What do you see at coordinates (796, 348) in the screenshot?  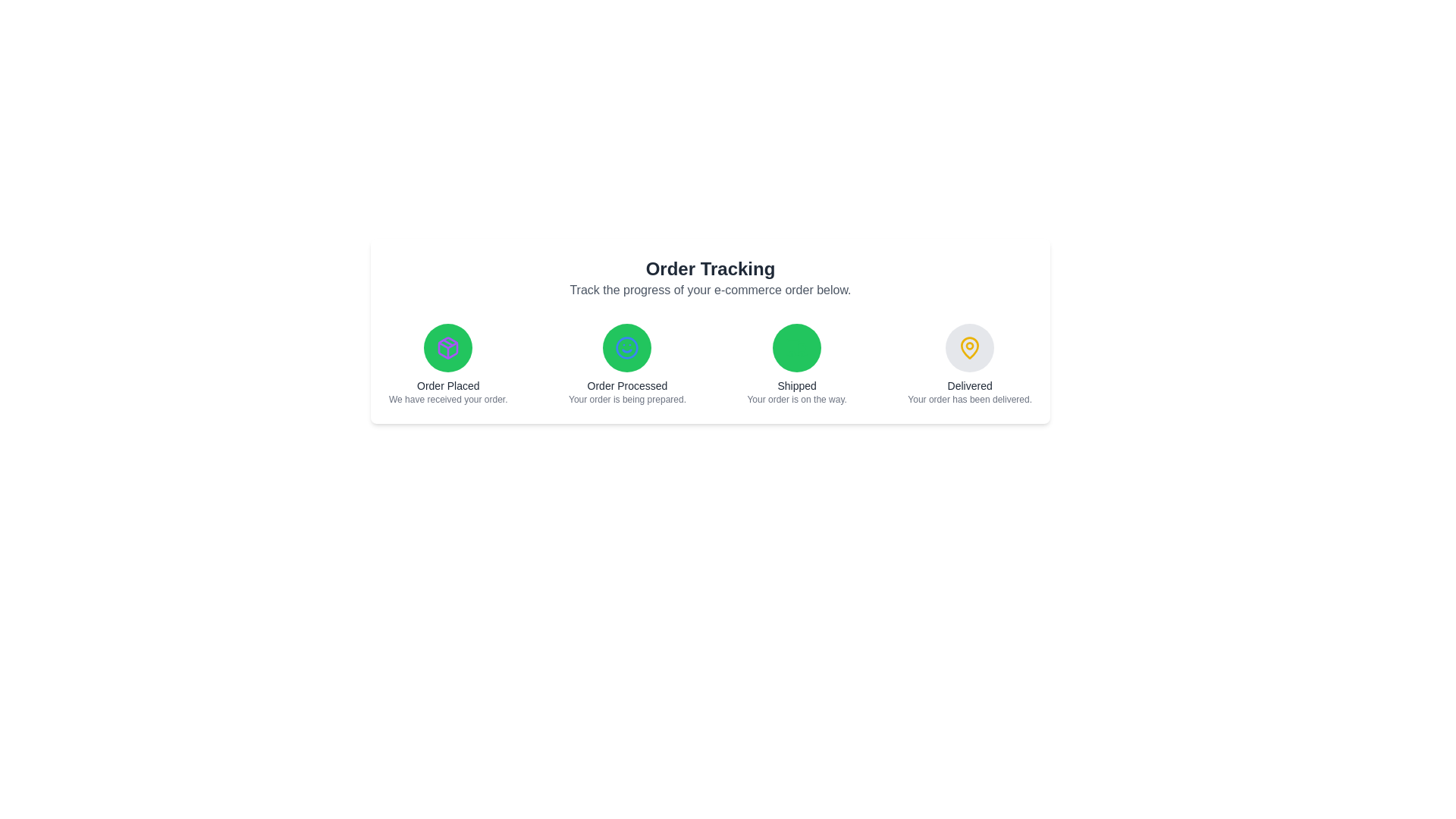 I see `the 'Shipped' status indicator in the order tracking process, which is the third step indicator located between 'Order Processed' and 'Delivered'` at bounding box center [796, 348].